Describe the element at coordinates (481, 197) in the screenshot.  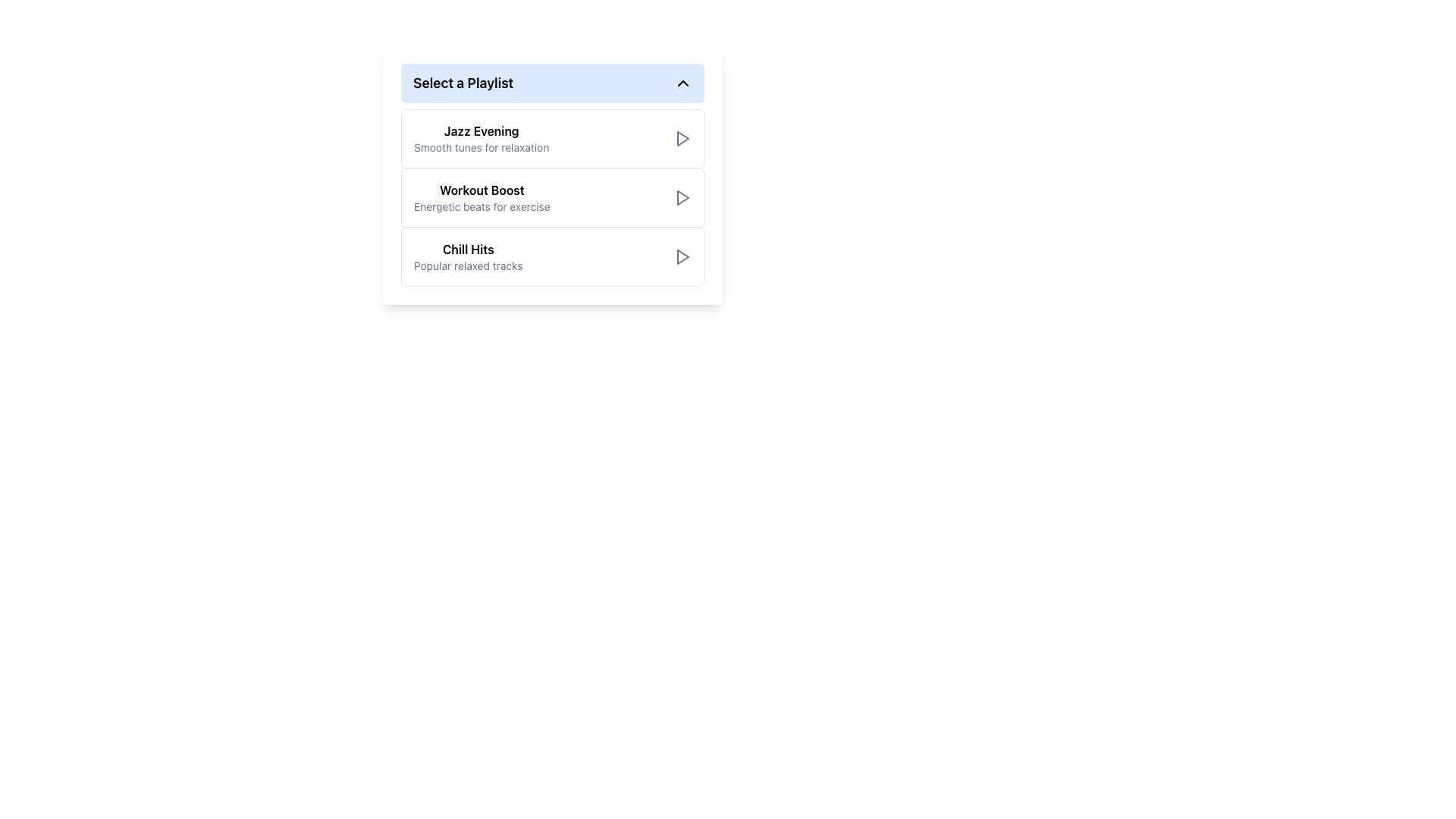
I see `the list item titled 'Workout Boost'` at that location.